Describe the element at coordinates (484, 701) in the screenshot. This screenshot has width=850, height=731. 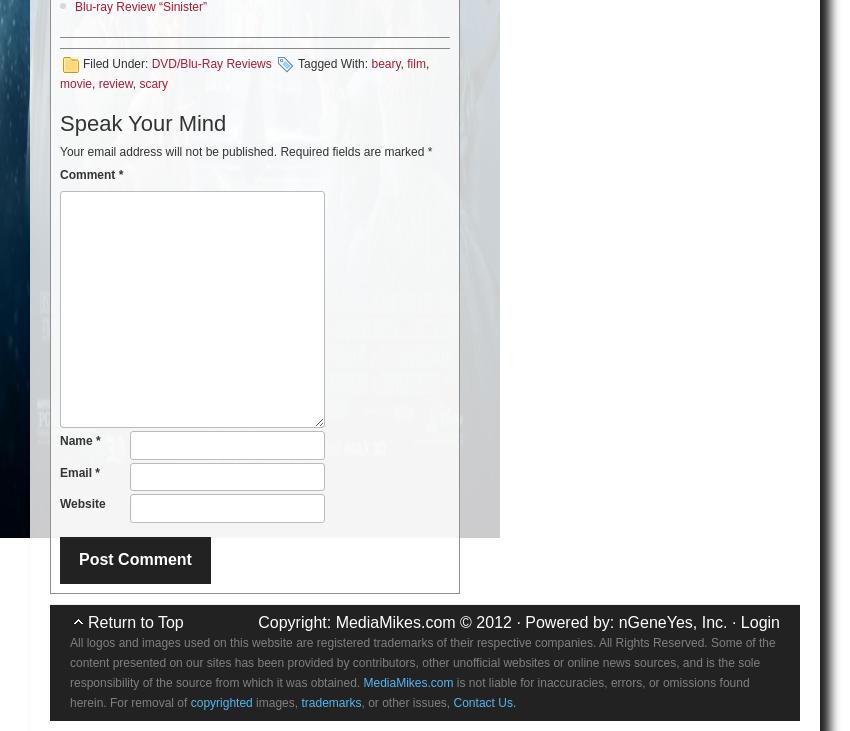
I see `'Contact Us.'` at that location.